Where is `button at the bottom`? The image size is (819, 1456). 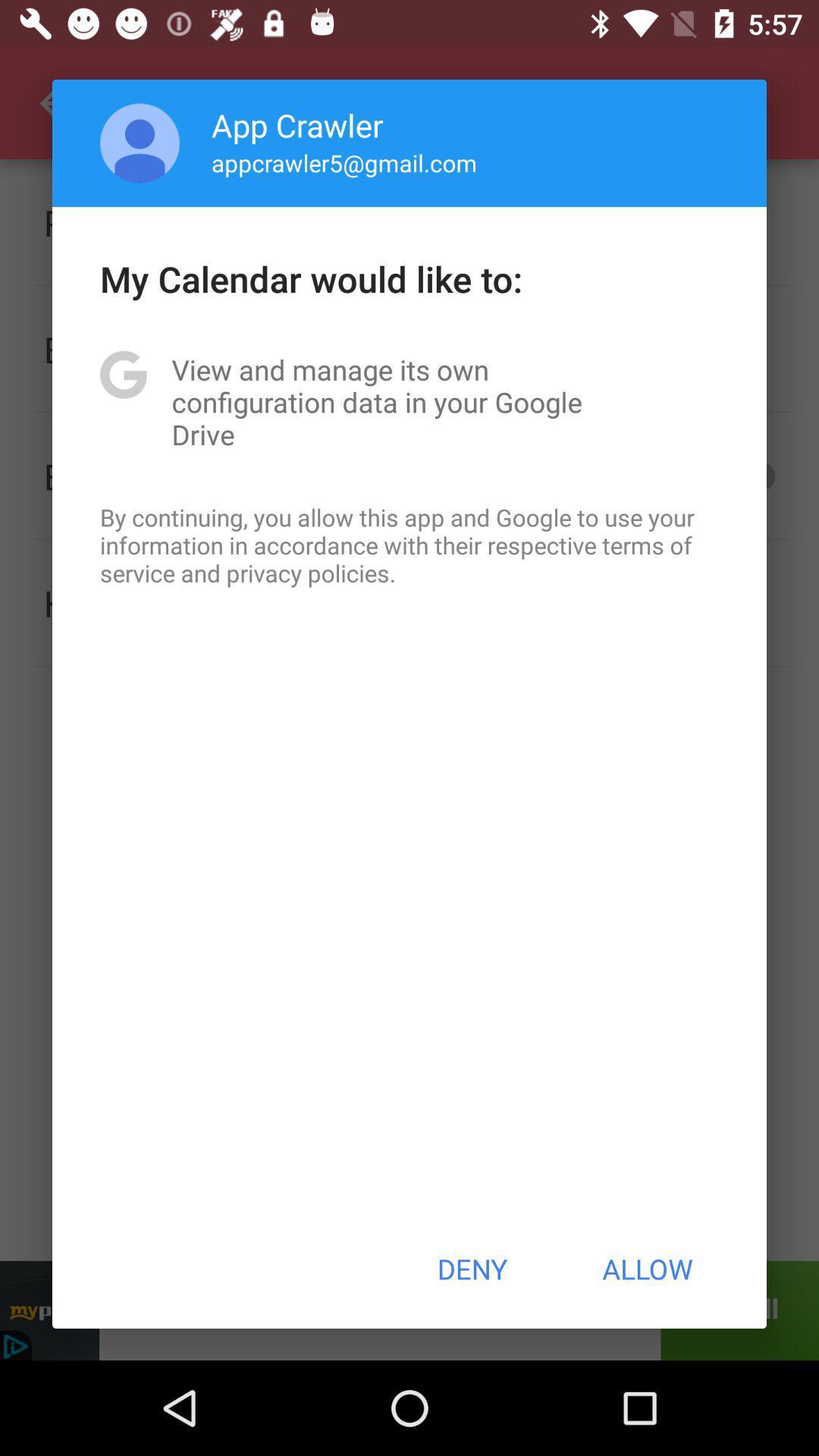 button at the bottom is located at coordinates (471, 1269).